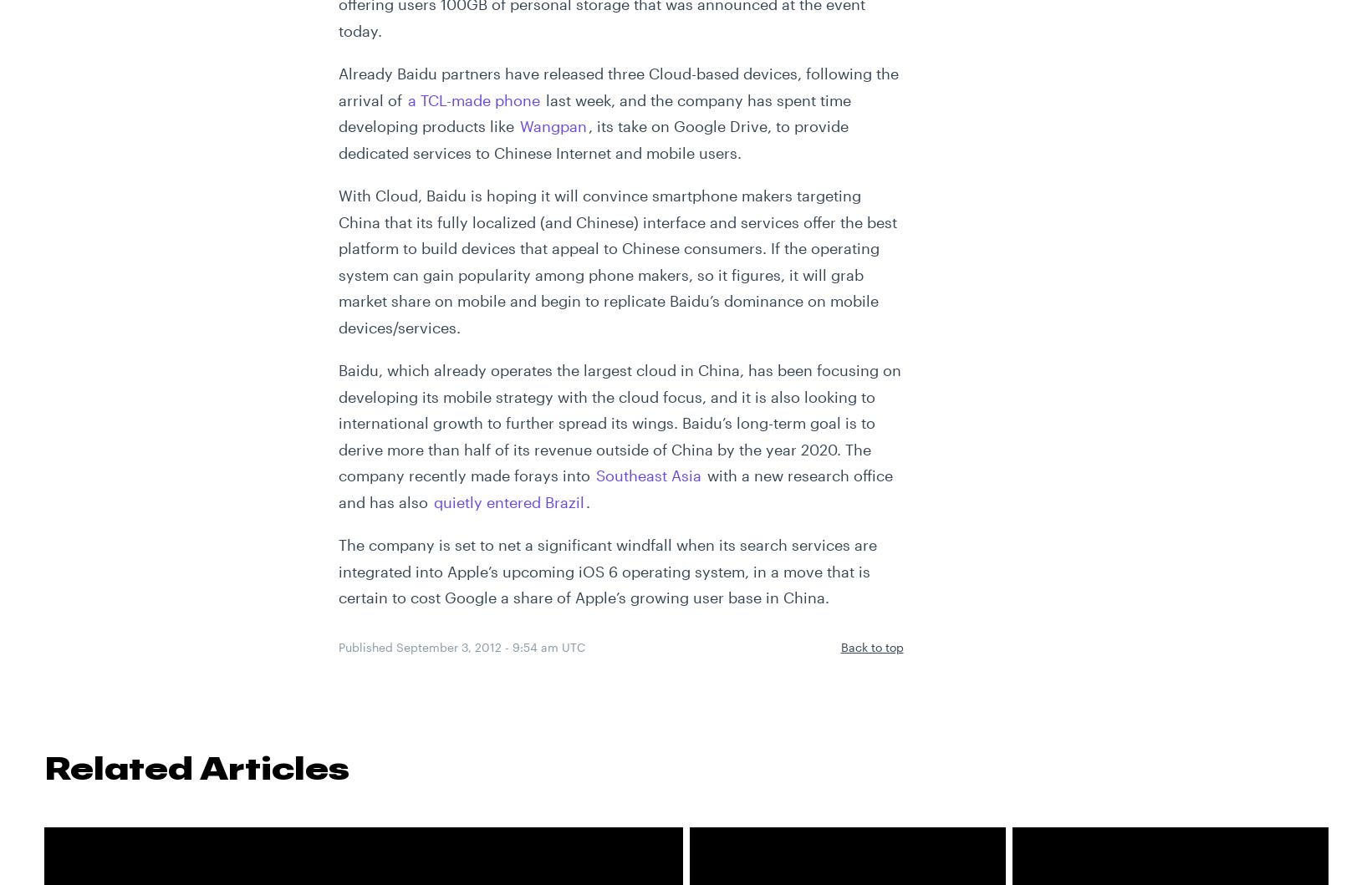 The height and width of the screenshot is (885, 1372). I want to click on 'Related Articles', so click(195, 767).